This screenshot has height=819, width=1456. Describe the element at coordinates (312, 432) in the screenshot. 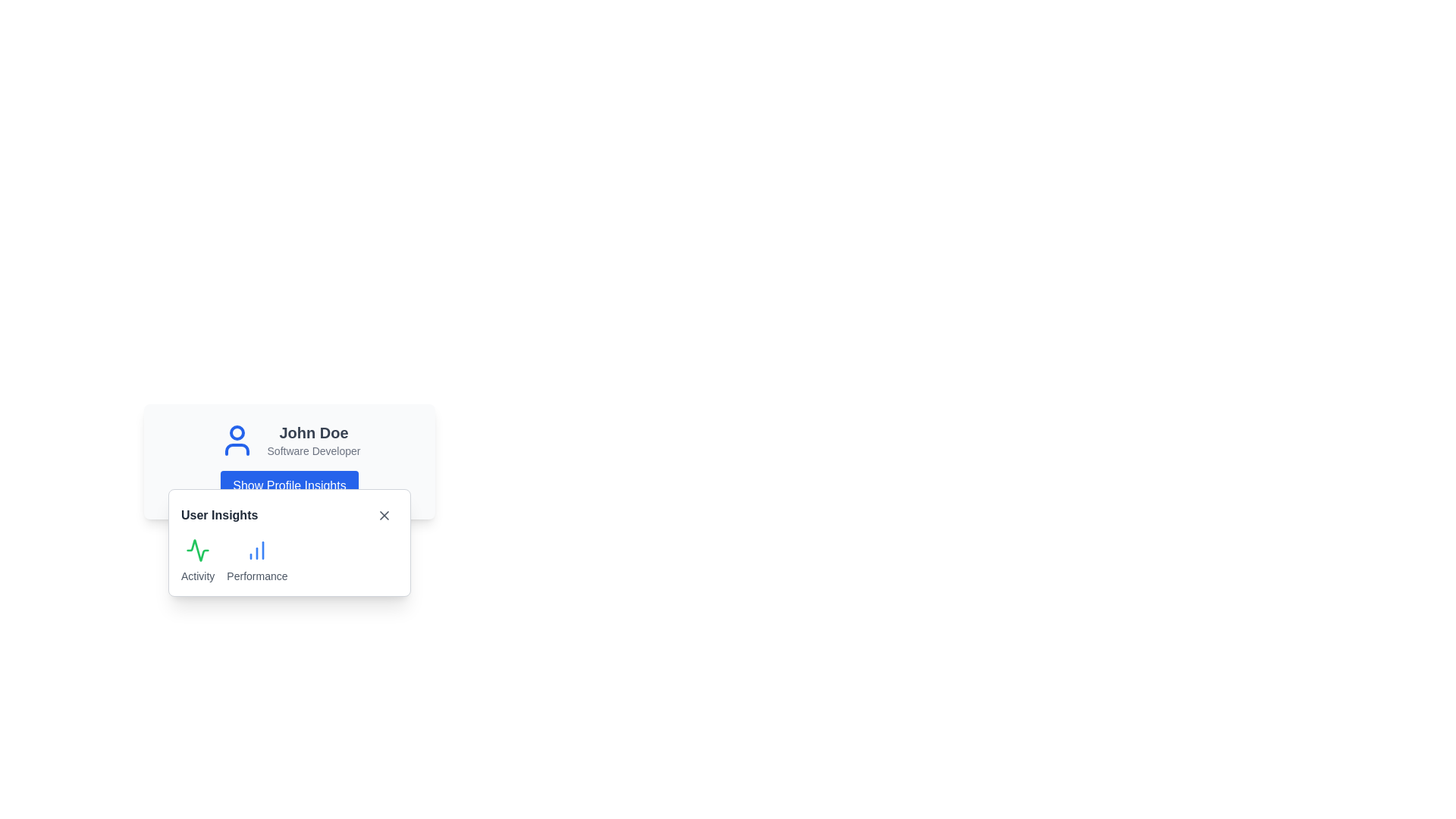

I see `name displayed in the Text label indicating the user's name at the top of the profile card` at that location.